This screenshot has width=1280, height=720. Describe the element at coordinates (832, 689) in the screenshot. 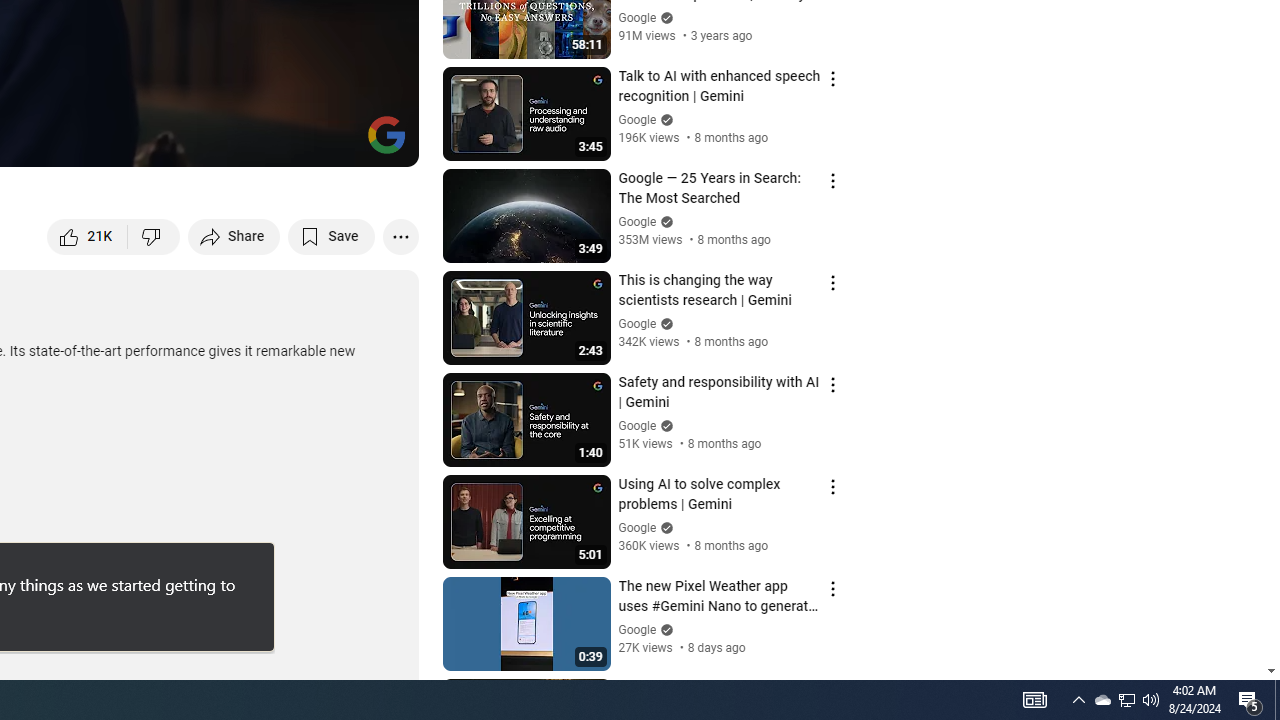

I see `'Action menu'` at that location.